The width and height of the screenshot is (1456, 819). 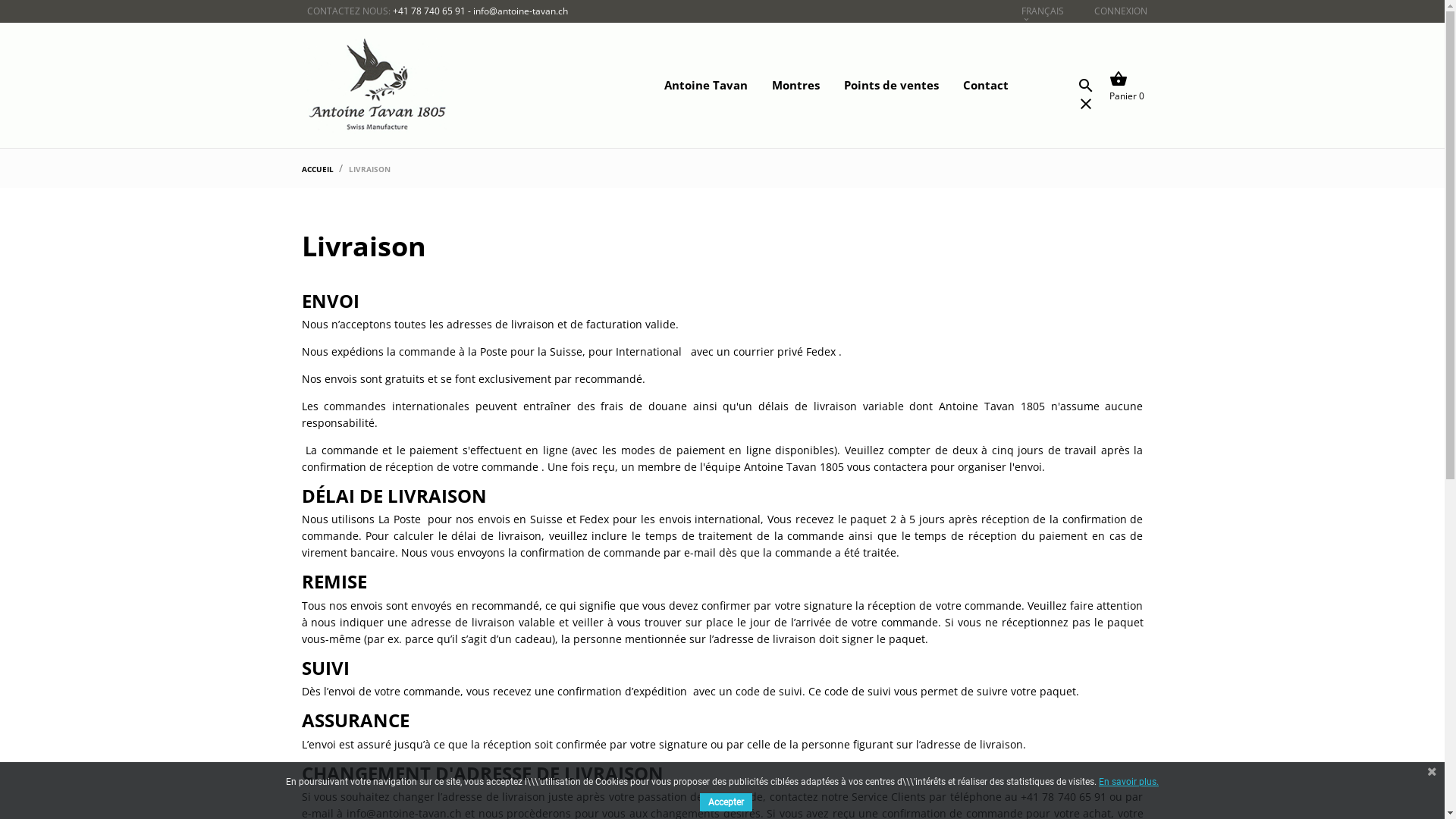 What do you see at coordinates (821, 84) in the screenshot?
I see `'Points de ventes'` at bounding box center [821, 84].